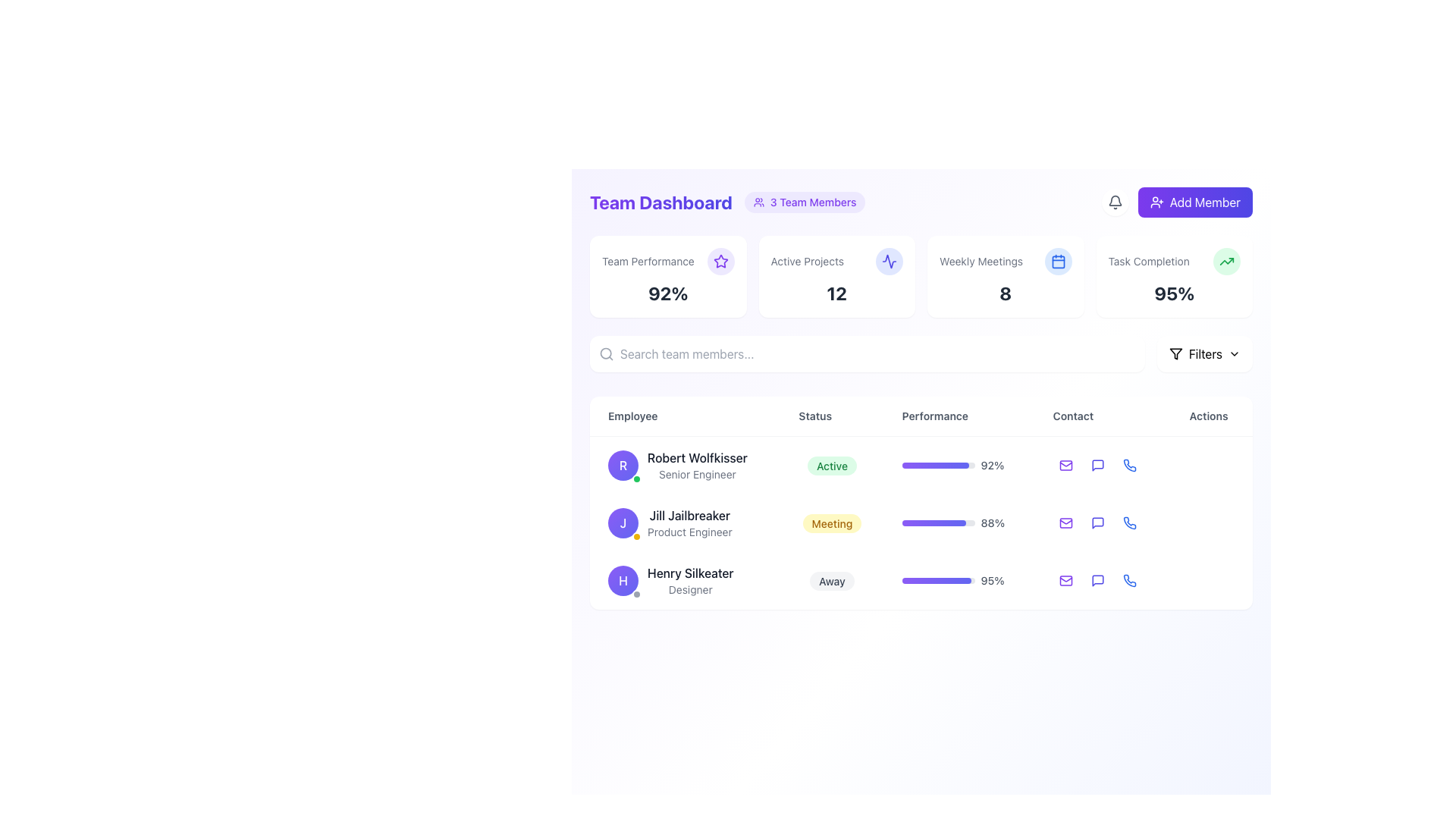 Image resolution: width=1456 pixels, height=819 pixels. Describe the element at coordinates (1173, 260) in the screenshot. I see `the 'Task Completion' text label, which is styled in a smaller font size and muted gray color, located in the top-right corner of the dashboard interface, next to a circular green badge with an upwards trending arrow` at that location.